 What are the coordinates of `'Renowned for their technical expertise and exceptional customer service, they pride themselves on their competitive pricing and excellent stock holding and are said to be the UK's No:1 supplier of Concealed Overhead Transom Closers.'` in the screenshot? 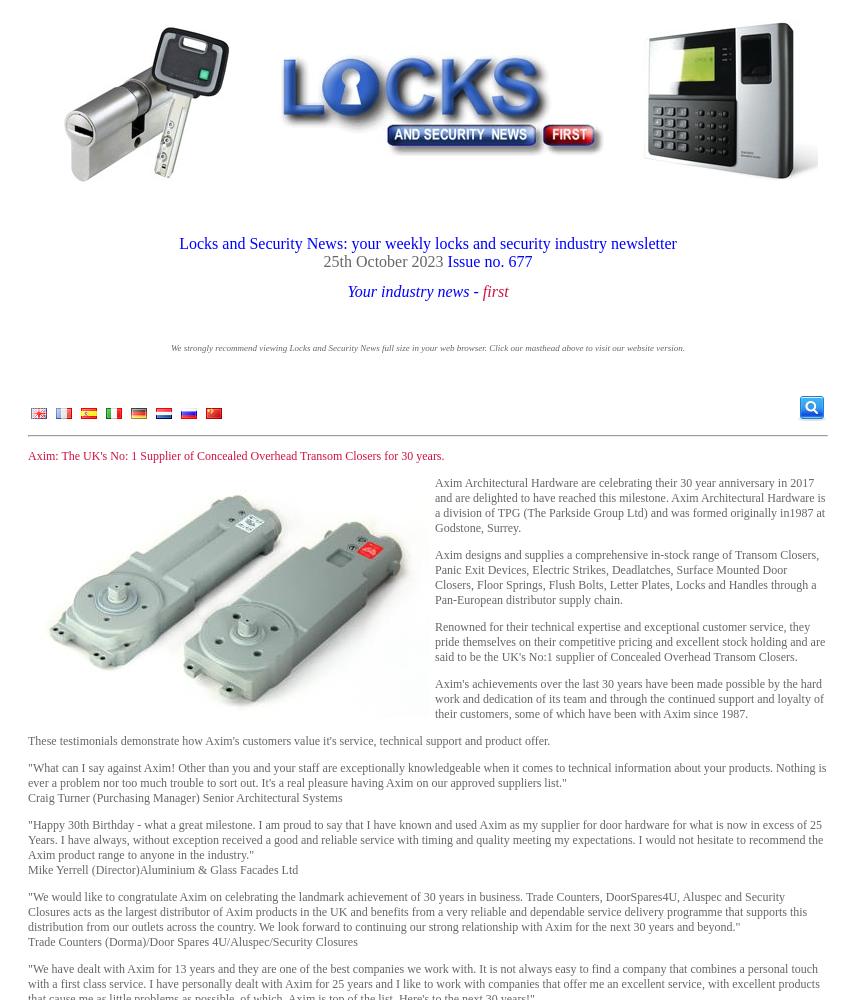 It's located at (435, 642).